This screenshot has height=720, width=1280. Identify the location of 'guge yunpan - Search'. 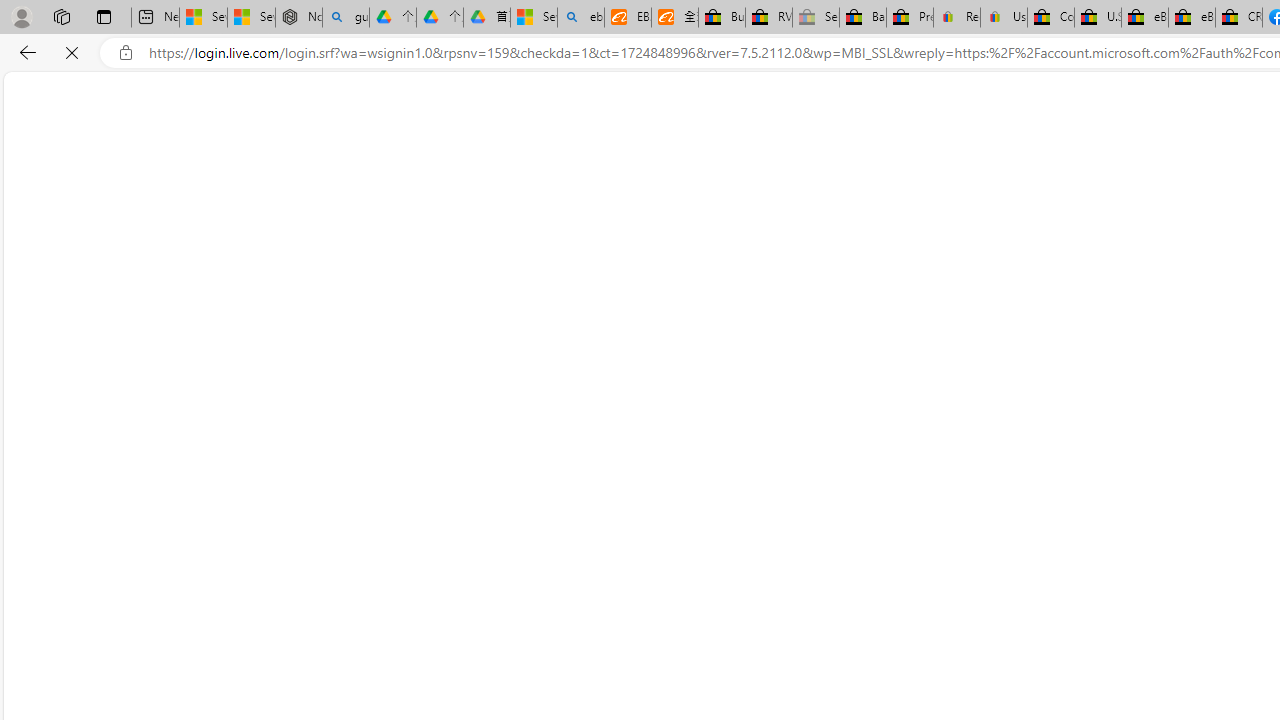
(345, 17).